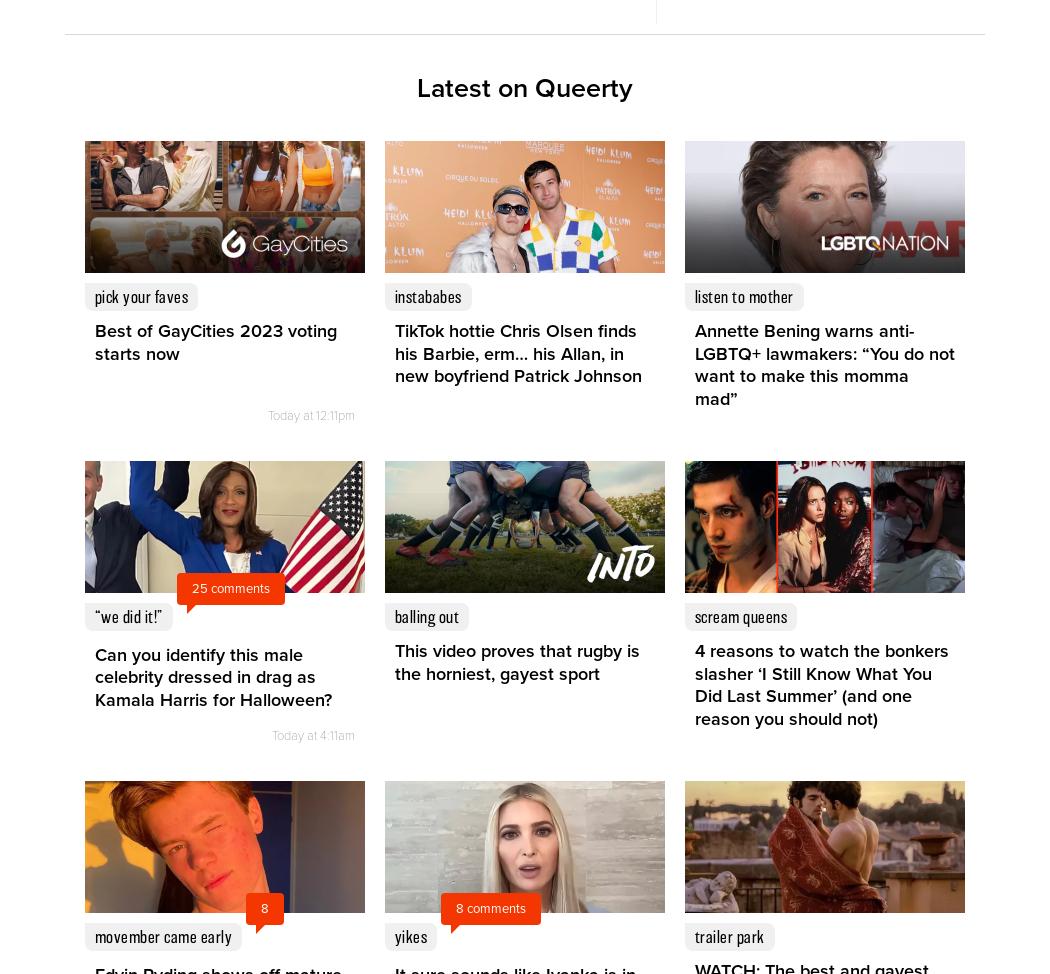  What do you see at coordinates (694, 614) in the screenshot?
I see `'scream queens'` at bounding box center [694, 614].